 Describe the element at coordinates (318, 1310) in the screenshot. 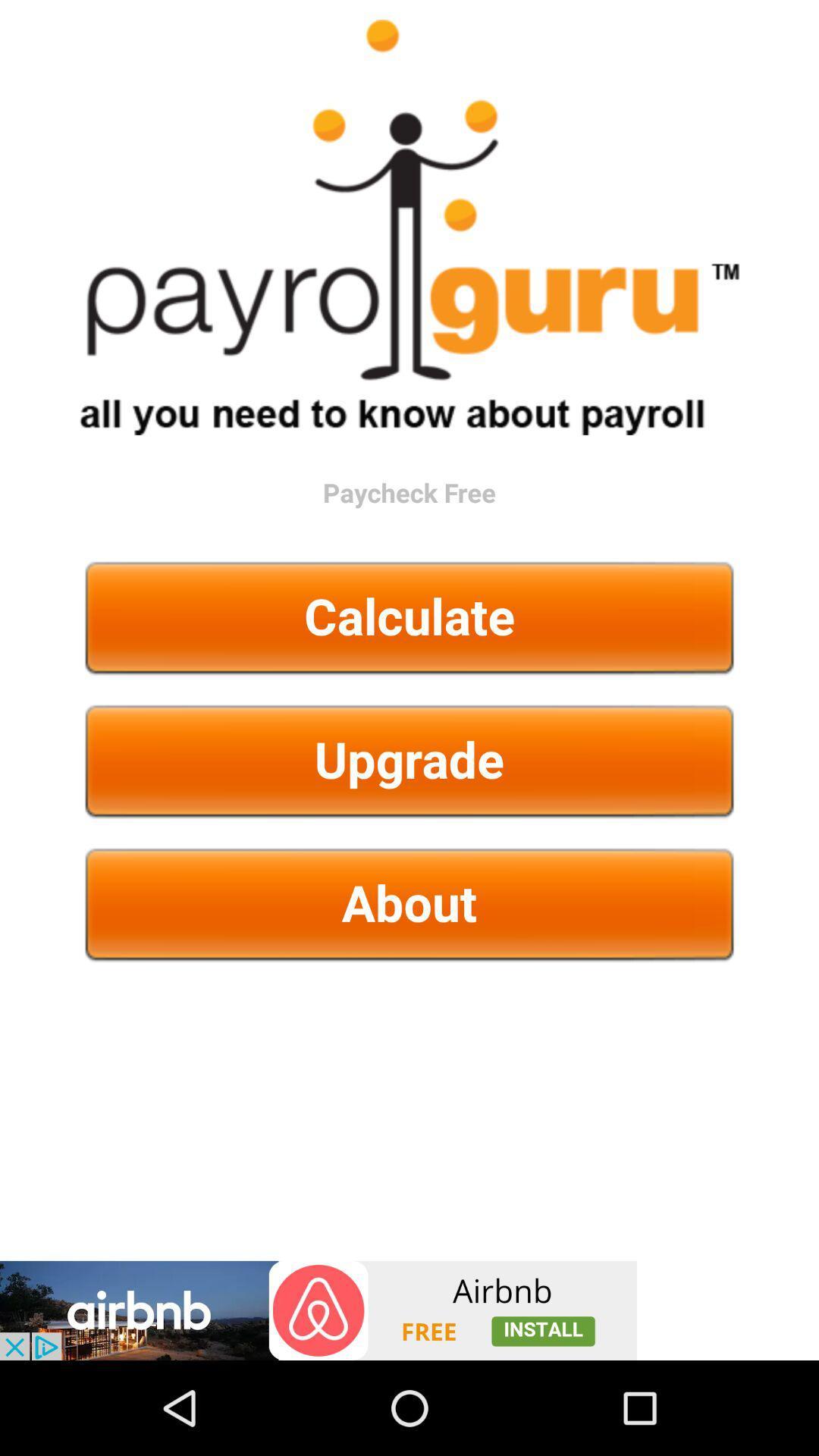

I see `click advertisement to go to advertisement page` at that location.